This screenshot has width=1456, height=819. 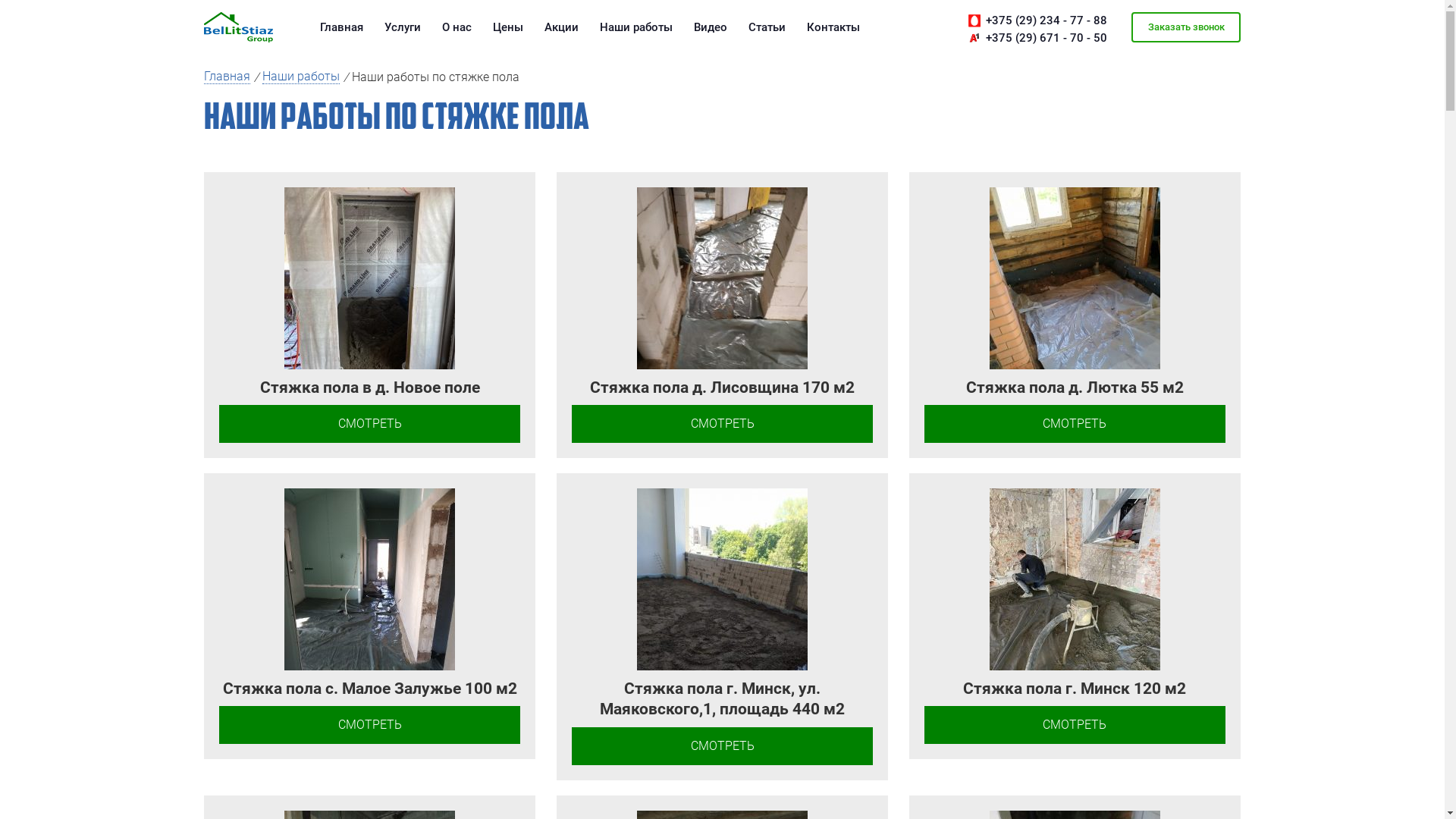 I want to click on '+375 (29) 234 - 77 - 88', so click(x=986, y=20).